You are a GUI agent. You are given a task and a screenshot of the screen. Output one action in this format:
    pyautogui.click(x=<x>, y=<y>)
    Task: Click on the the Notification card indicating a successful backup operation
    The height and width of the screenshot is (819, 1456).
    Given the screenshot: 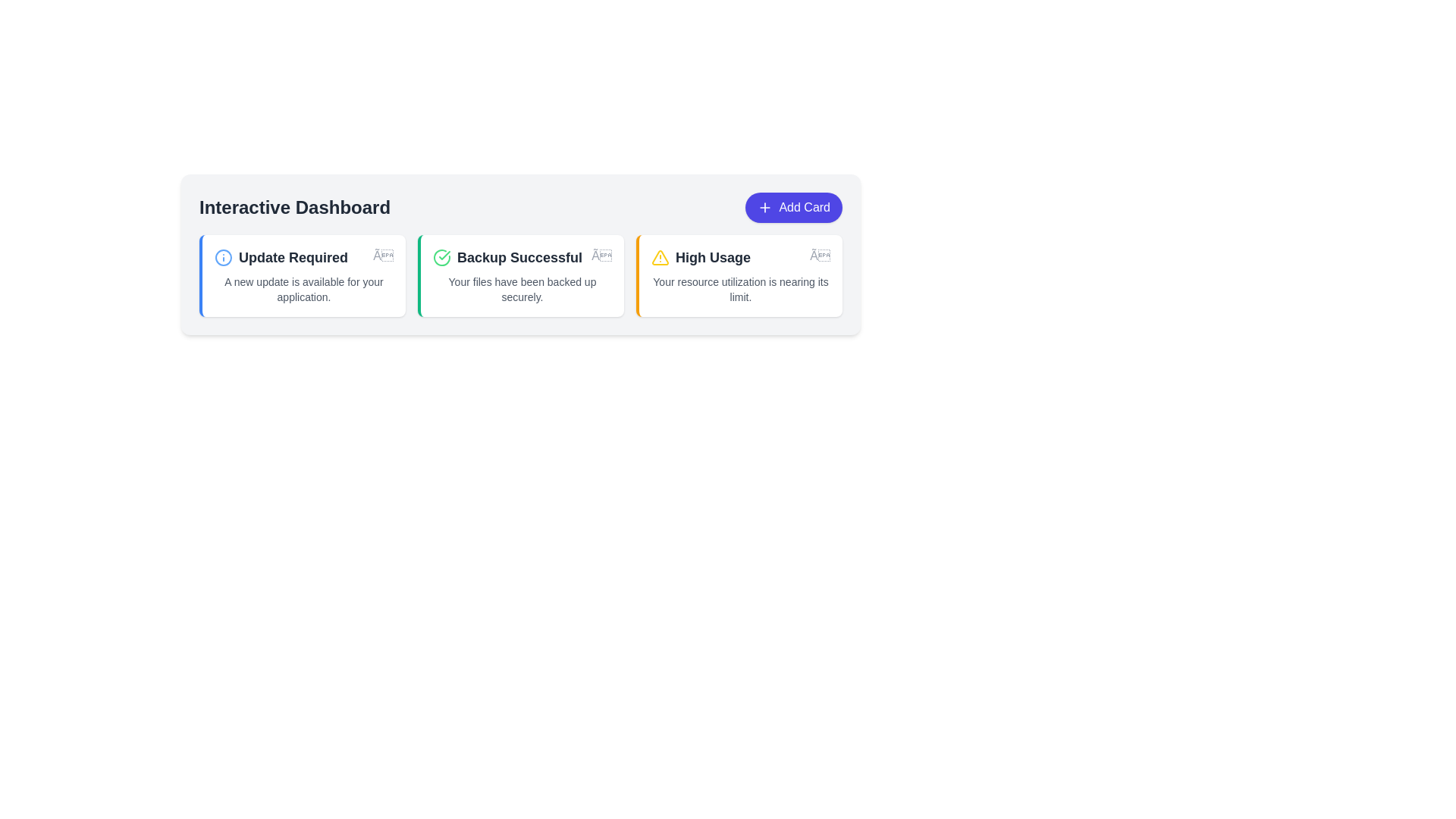 What is the action you would take?
    pyautogui.click(x=520, y=275)
    